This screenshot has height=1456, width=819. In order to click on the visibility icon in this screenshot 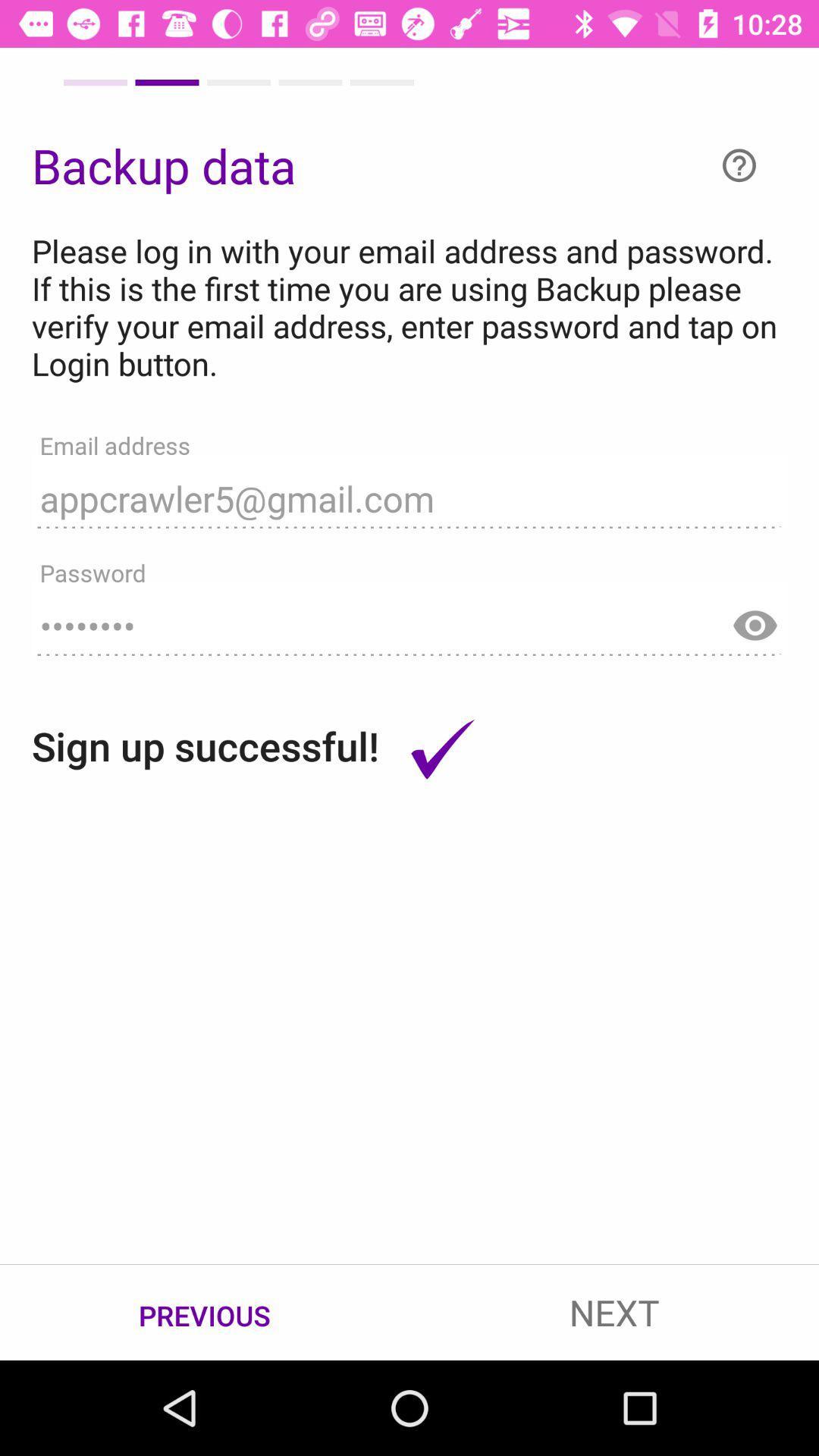, I will do `click(755, 618)`.